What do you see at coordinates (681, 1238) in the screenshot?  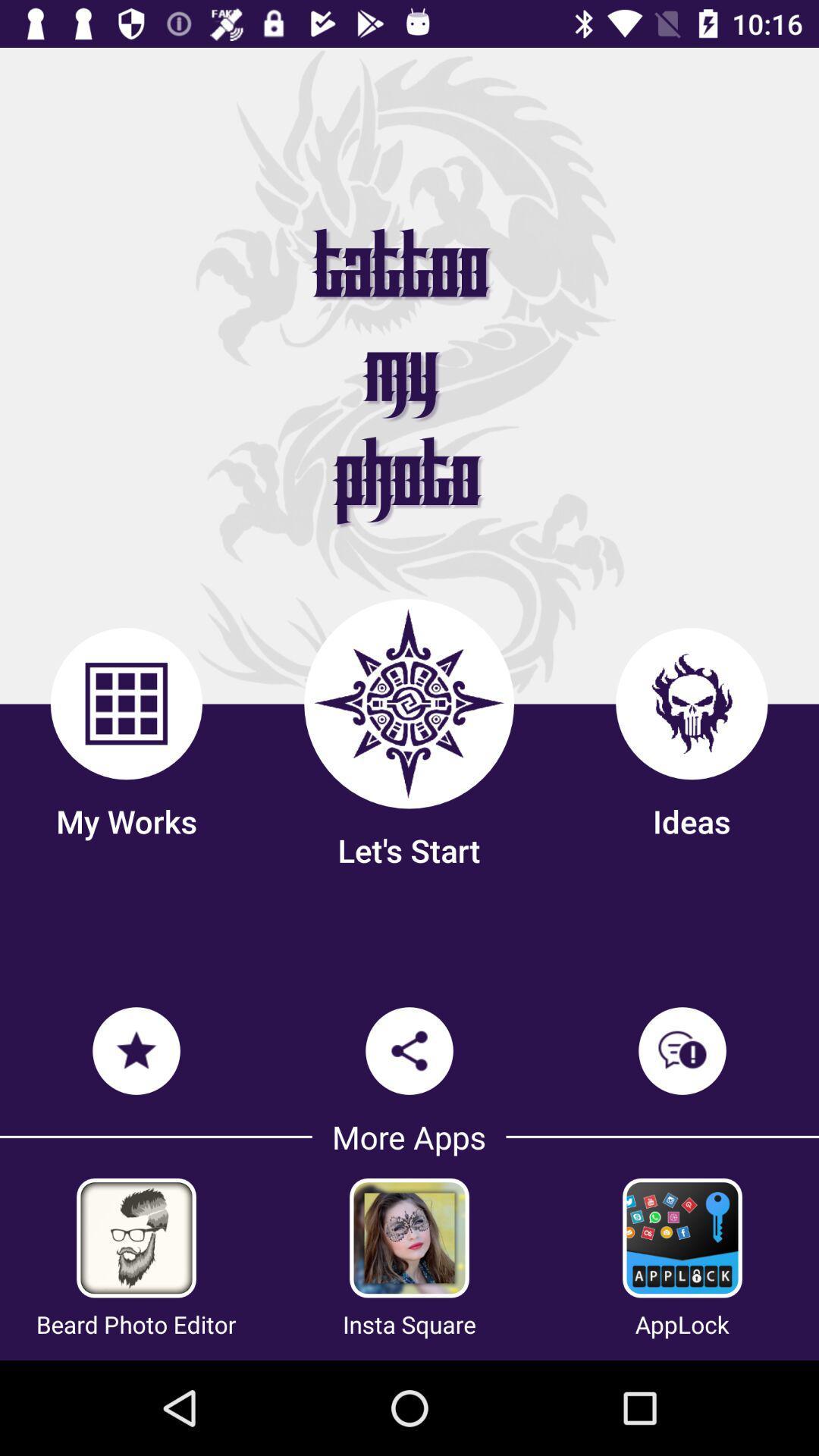 I see `applock` at bounding box center [681, 1238].